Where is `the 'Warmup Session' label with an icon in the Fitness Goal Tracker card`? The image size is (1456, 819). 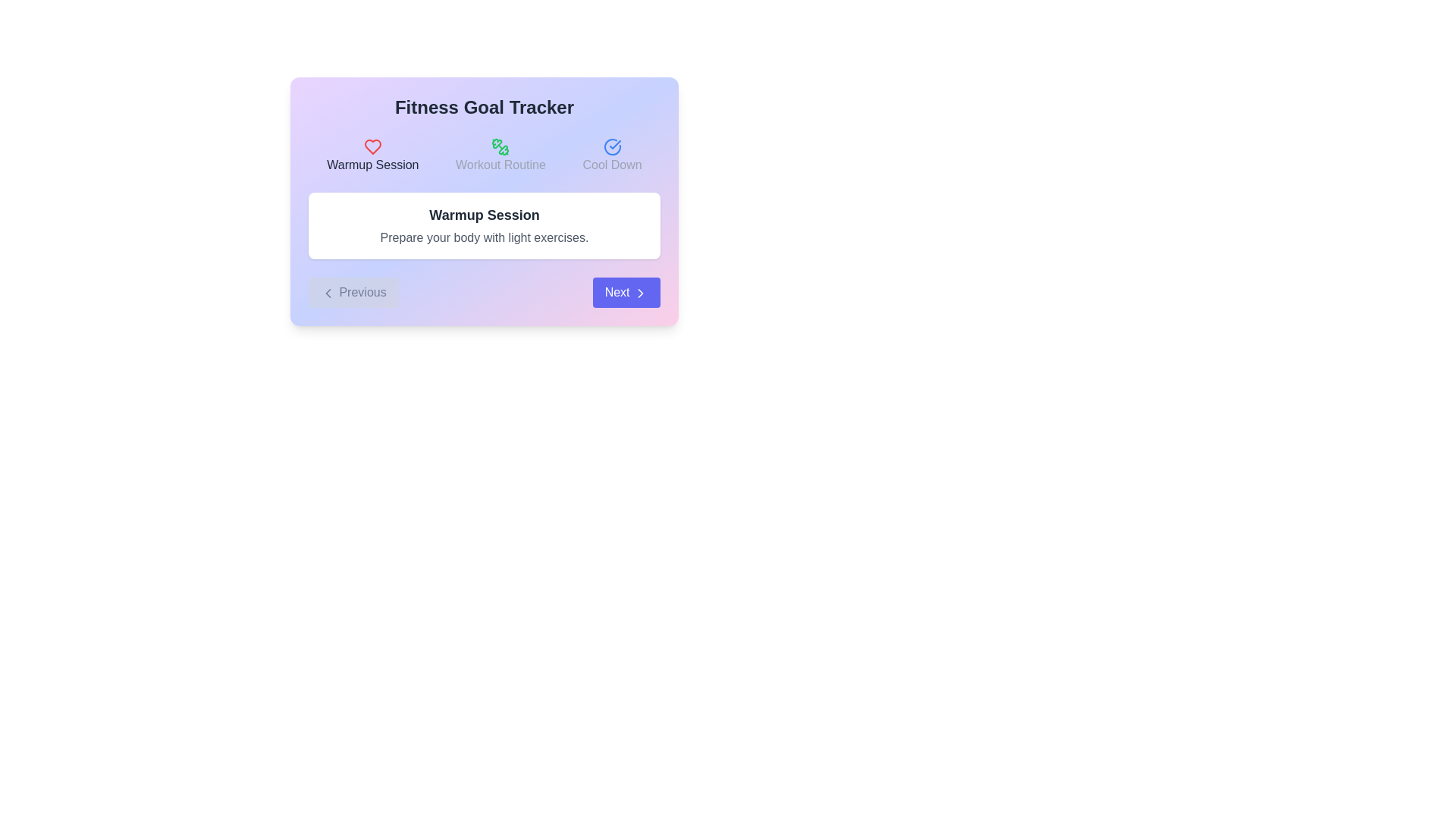
the 'Warmup Session' label with an icon in the Fitness Goal Tracker card is located at coordinates (372, 155).